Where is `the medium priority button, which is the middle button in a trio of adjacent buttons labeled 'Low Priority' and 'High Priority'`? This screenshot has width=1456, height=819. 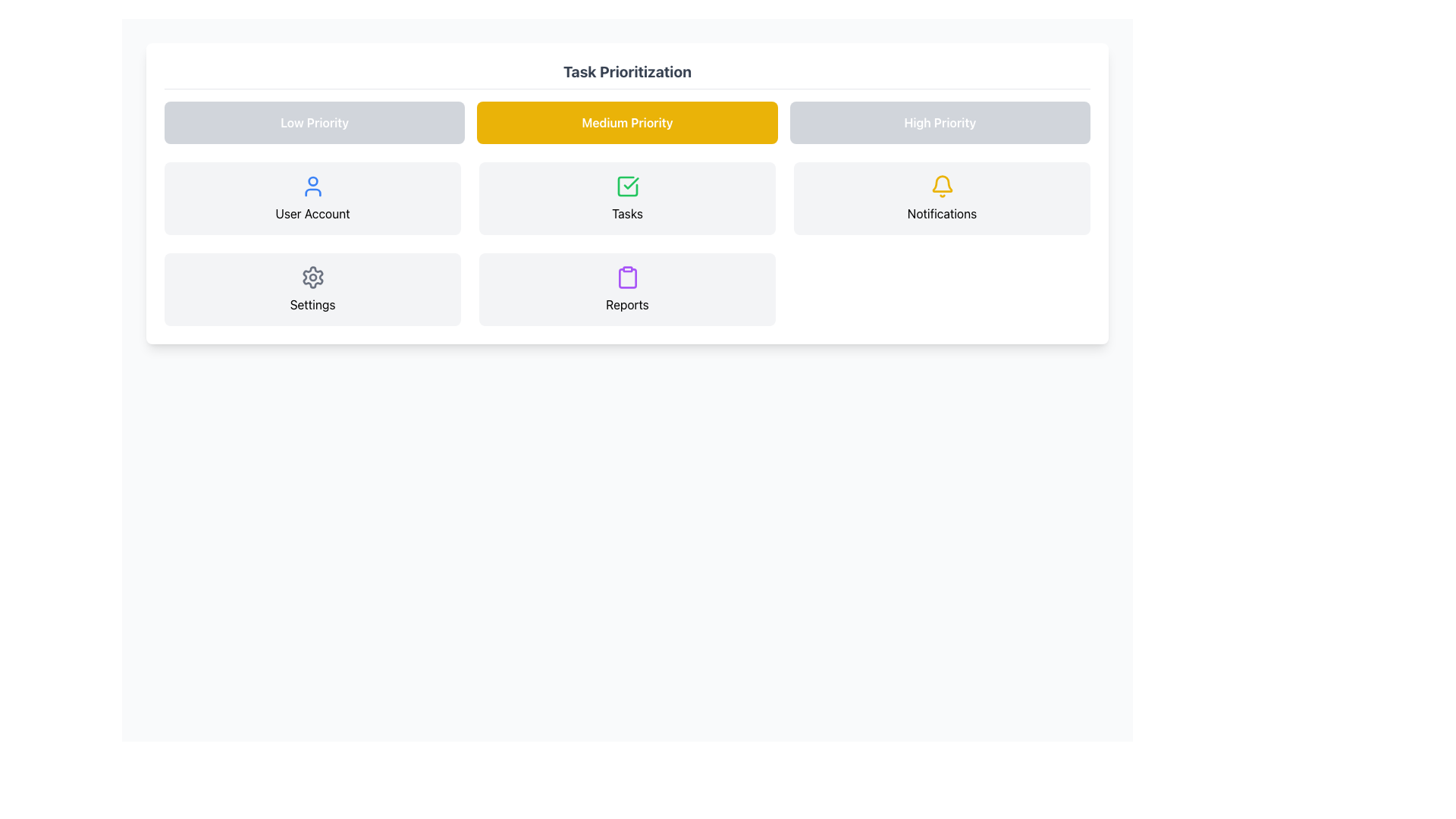 the medium priority button, which is the middle button in a trio of adjacent buttons labeled 'Low Priority' and 'High Priority' is located at coordinates (627, 122).